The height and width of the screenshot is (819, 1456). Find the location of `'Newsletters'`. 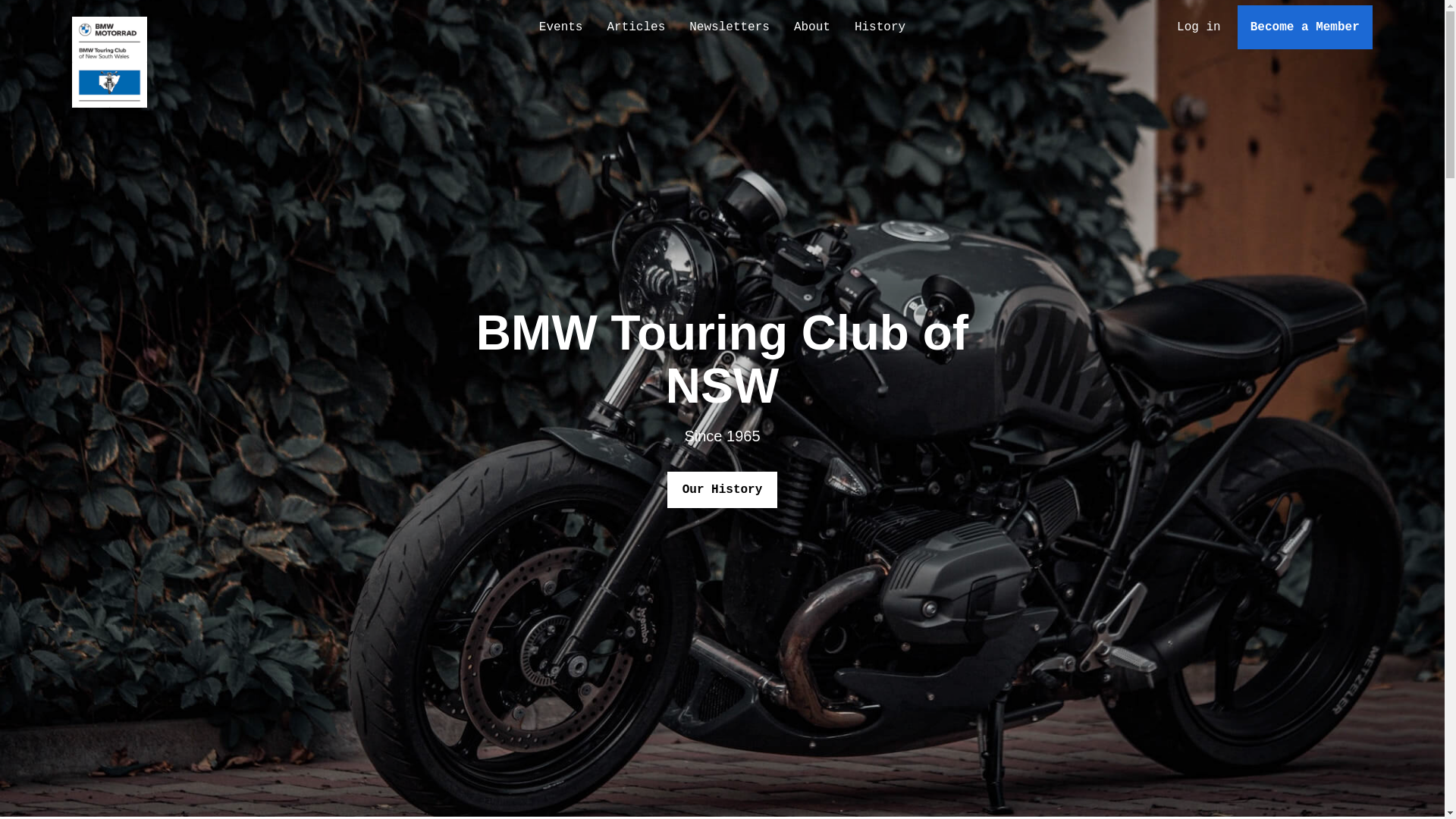

'Newsletters' is located at coordinates (729, 27).